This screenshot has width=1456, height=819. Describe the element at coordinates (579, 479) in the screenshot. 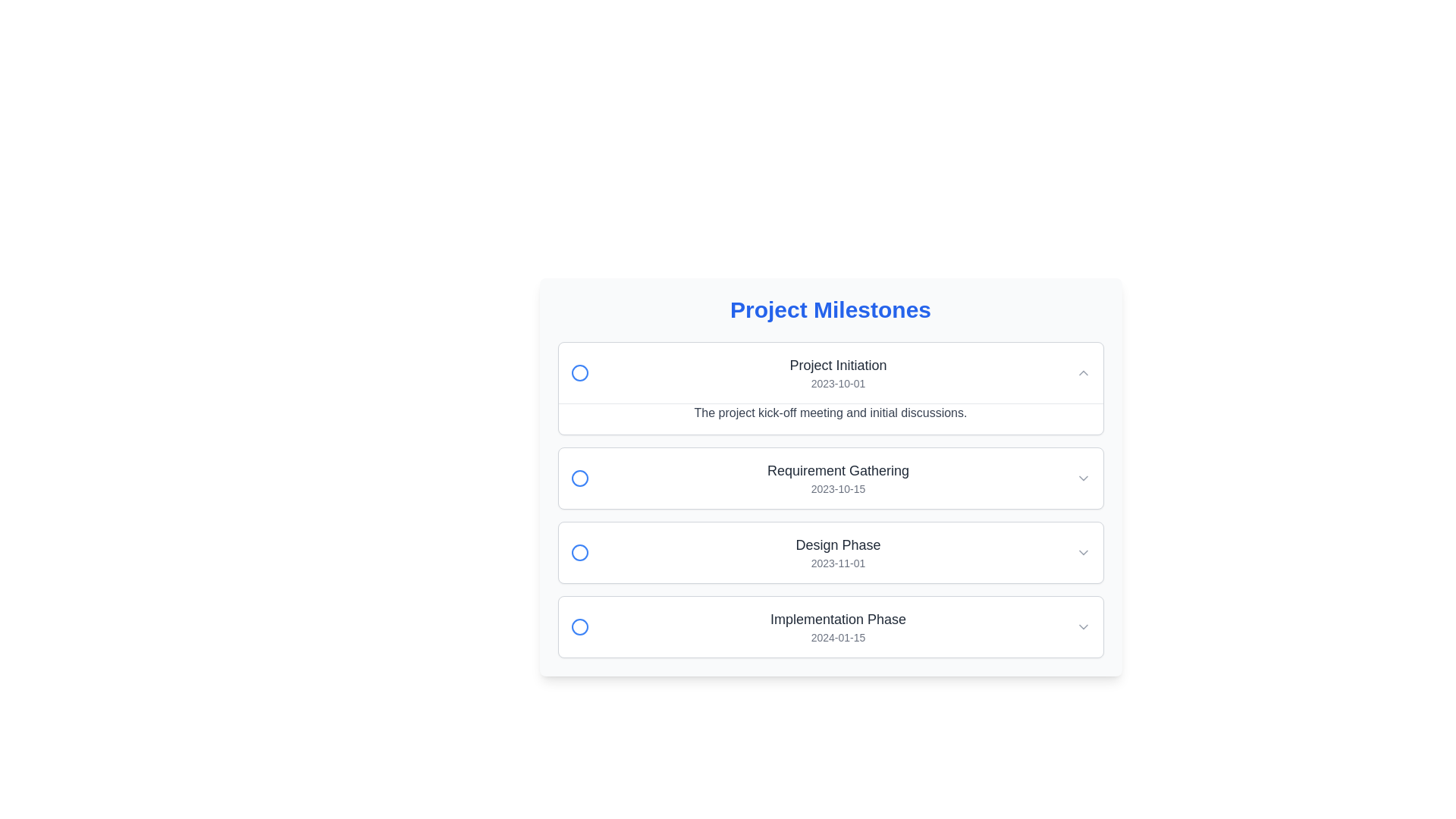

I see `the circle representing the incomplete status of the 'Requirement Gathering' milestone` at that location.